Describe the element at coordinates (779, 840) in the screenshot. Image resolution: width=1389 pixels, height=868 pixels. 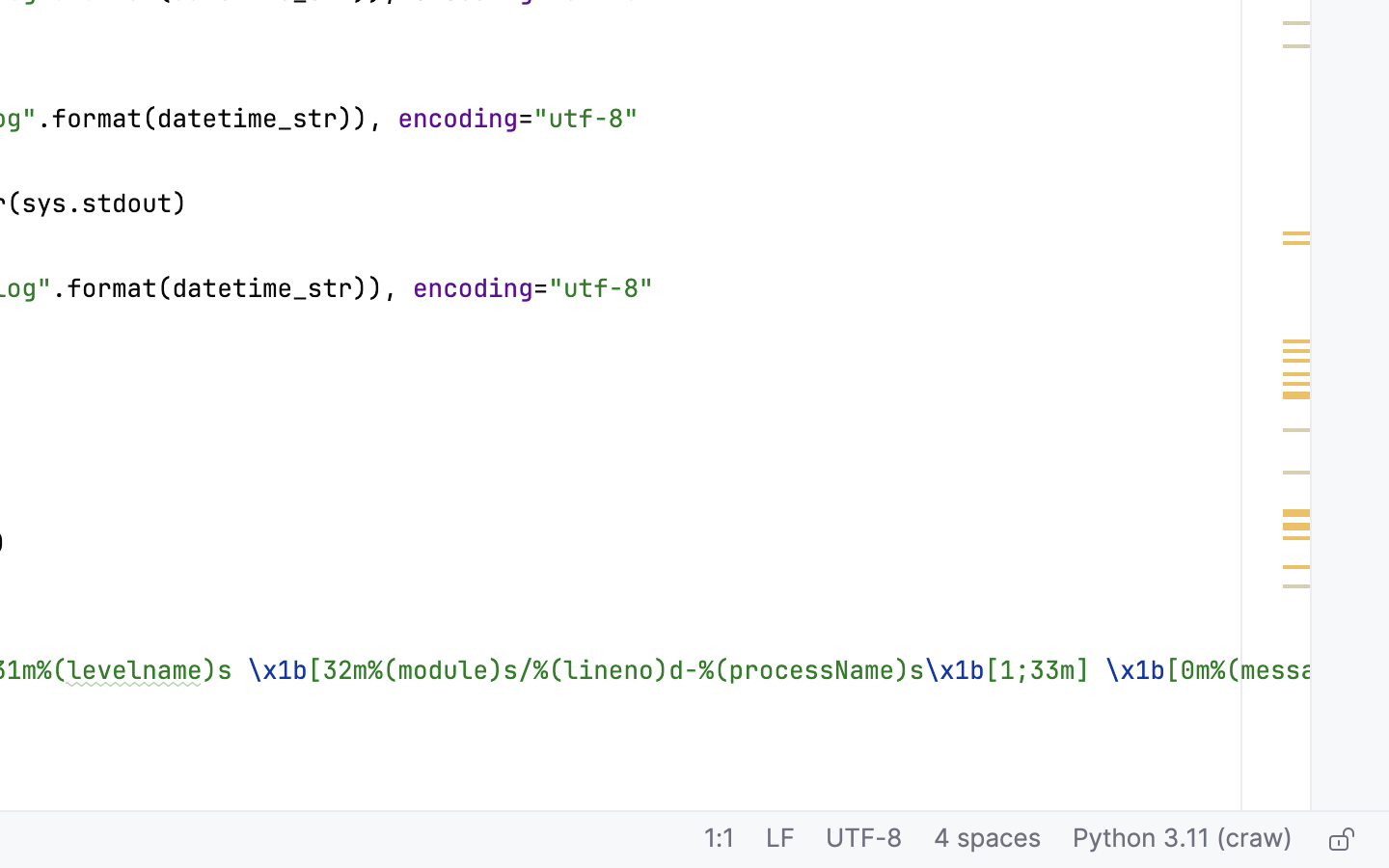
I see `'LF'` at that location.